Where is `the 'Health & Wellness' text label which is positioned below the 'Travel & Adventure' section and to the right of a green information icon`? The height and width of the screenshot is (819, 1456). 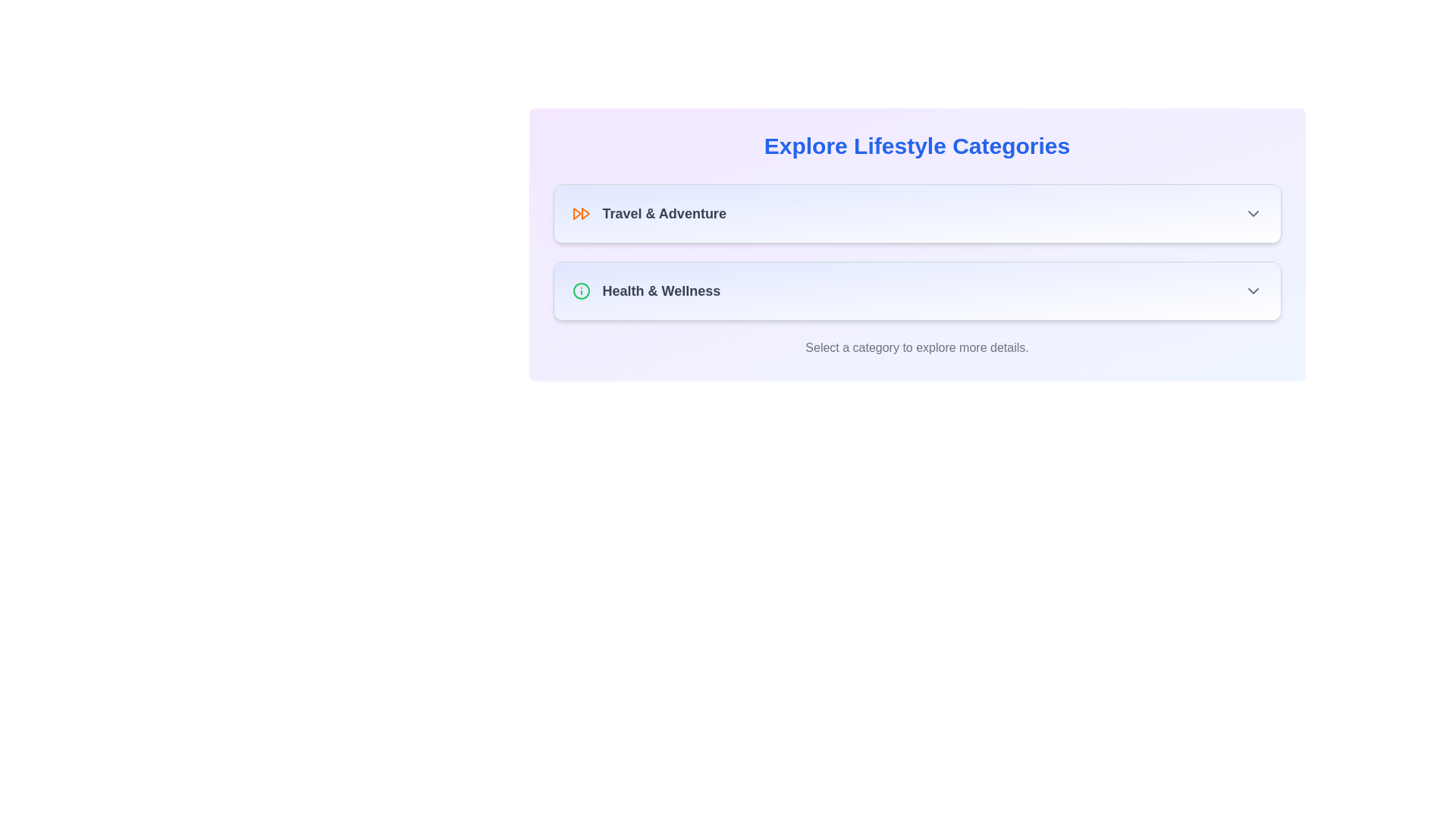 the 'Health & Wellness' text label which is positioned below the 'Travel & Adventure' section and to the right of a green information icon is located at coordinates (661, 291).